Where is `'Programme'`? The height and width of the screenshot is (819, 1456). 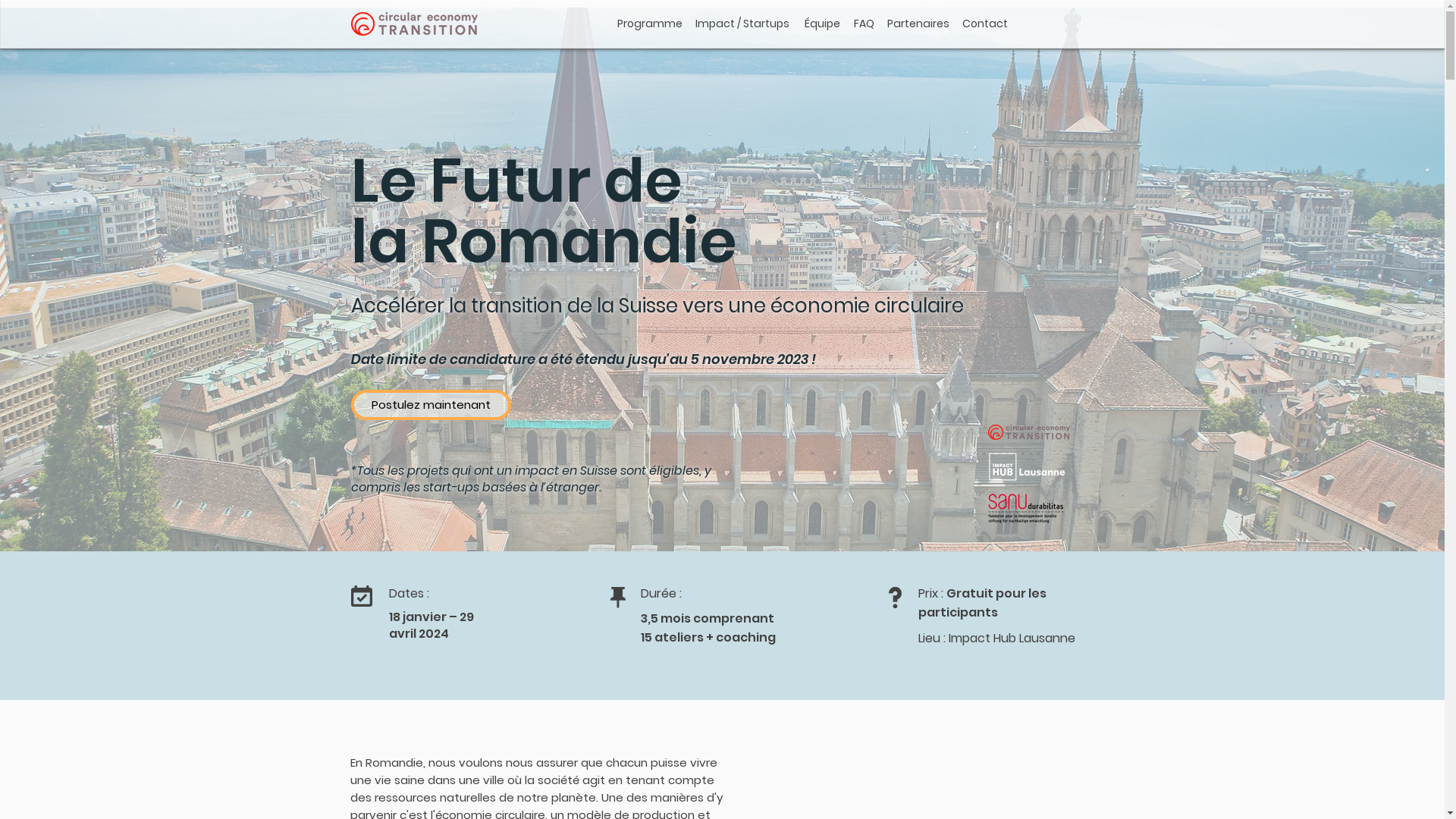 'Programme' is located at coordinates (650, 23).